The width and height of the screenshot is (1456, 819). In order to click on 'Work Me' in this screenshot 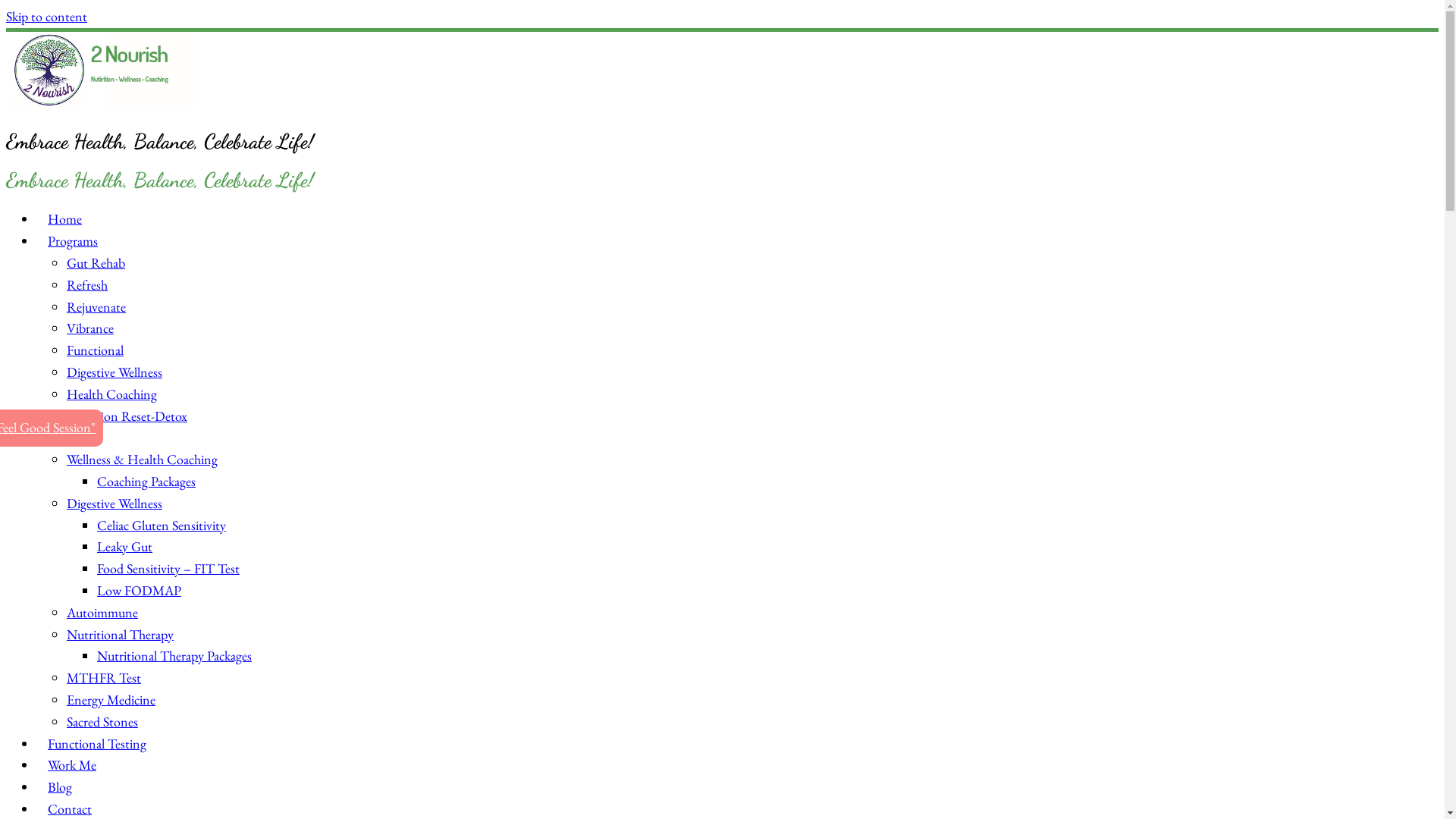, I will do `click(71, 764)`.